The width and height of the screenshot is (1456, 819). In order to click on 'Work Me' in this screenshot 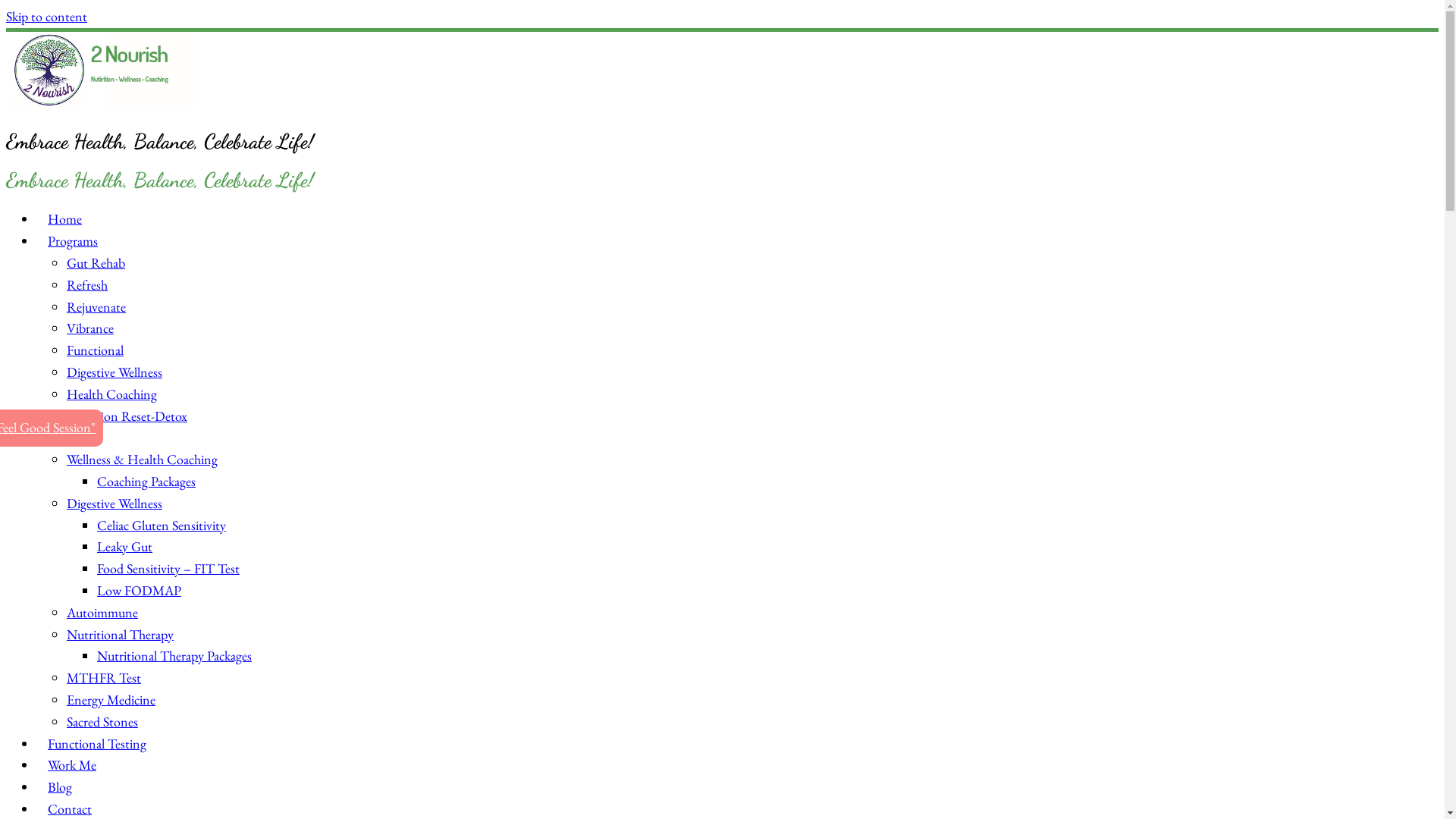, I will do `click(71, 764)`.